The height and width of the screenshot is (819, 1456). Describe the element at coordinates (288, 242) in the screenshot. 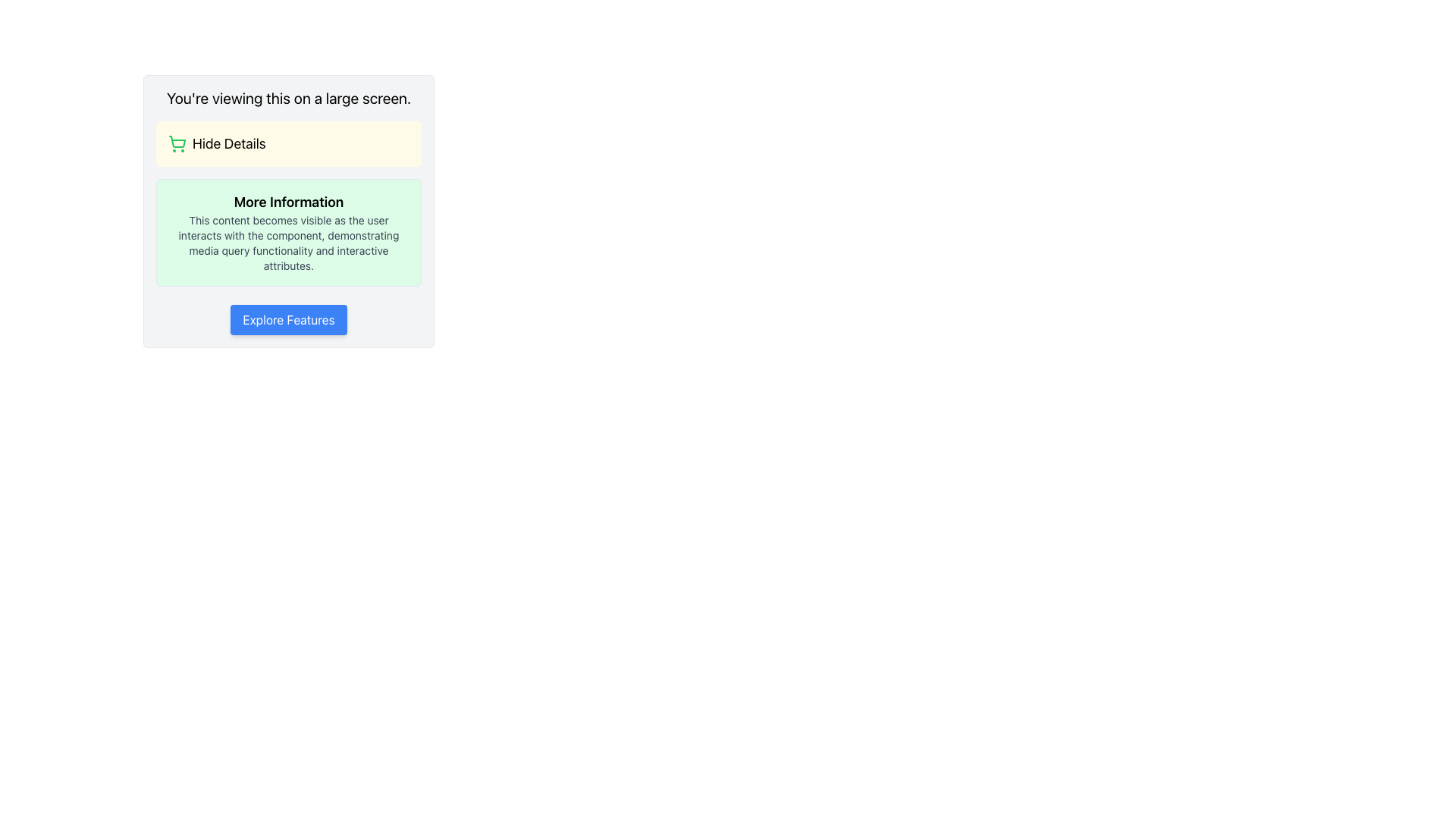

I see `the text block reading 'This content becomes visible as the user interacts with the component, demonstrating media query functionality and interactive attributes.' which is styled in a smaller gray font and located within the 'More Information' section` at that location.